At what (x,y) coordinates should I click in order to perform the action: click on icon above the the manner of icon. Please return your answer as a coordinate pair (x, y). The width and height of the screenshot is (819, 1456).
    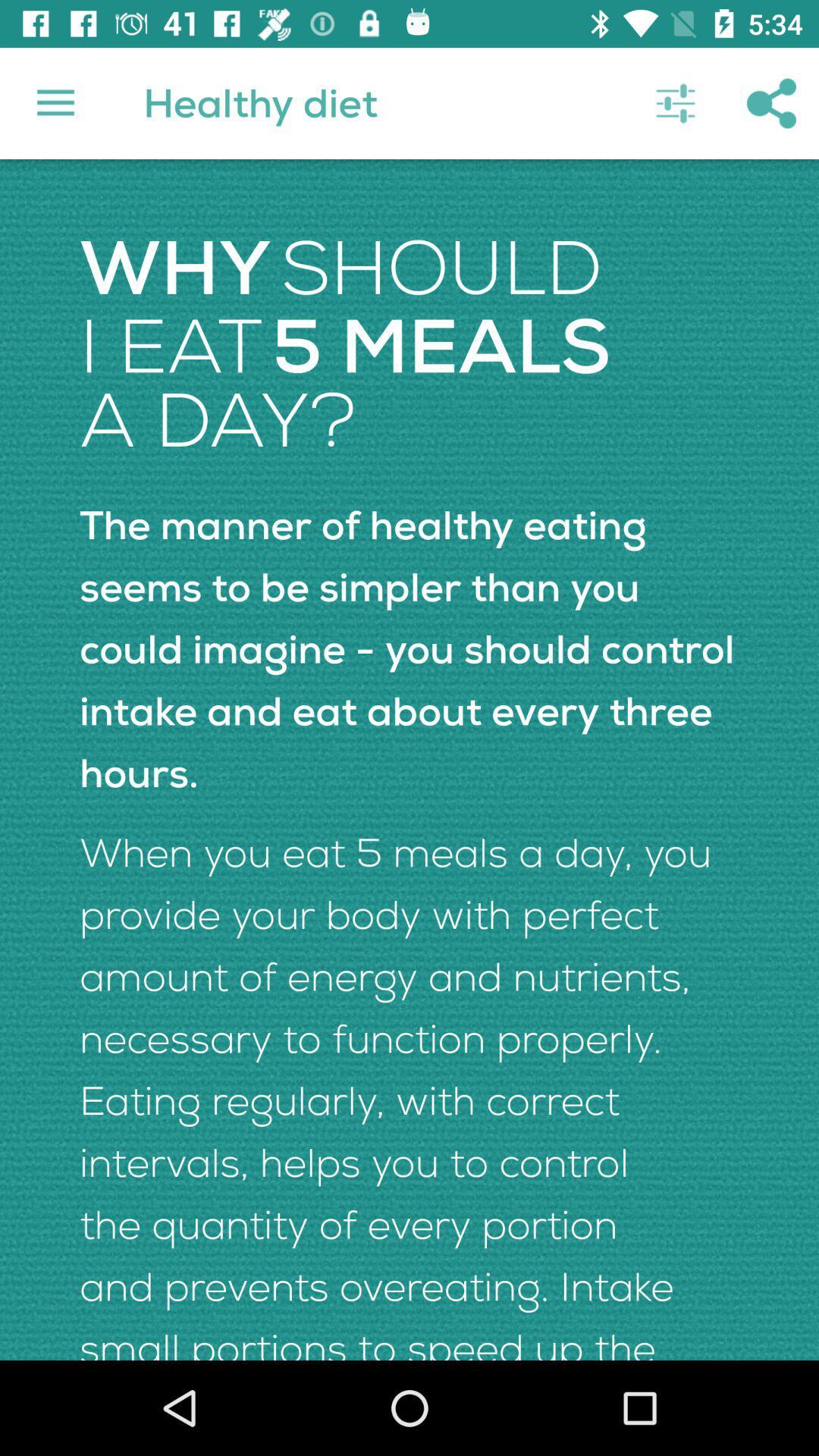
    Looking at the image, I should click on (771, 102).